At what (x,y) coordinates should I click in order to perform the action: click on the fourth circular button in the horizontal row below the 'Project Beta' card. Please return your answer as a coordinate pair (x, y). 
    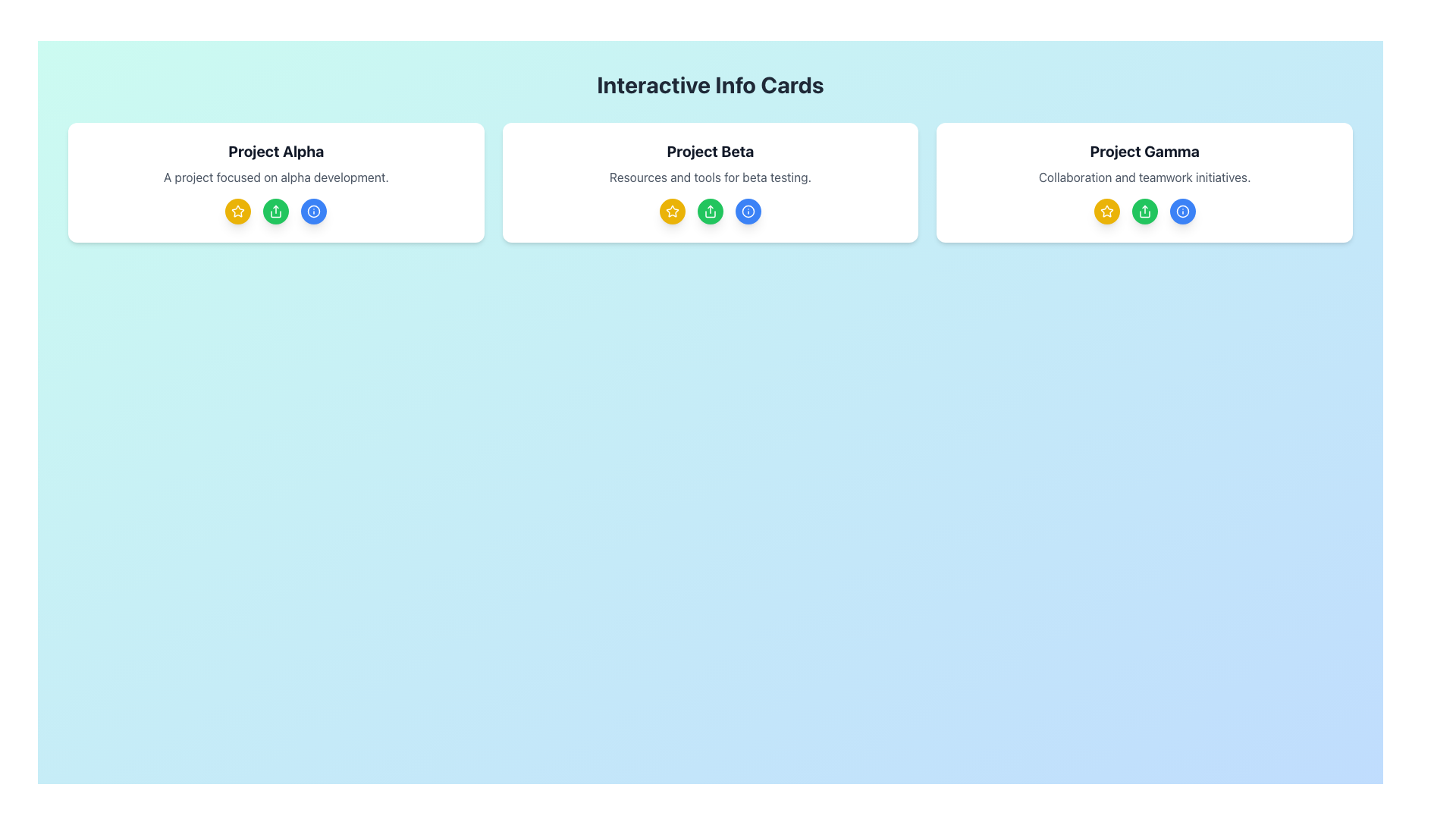
    Looking at the image, I should click on (748, 211).